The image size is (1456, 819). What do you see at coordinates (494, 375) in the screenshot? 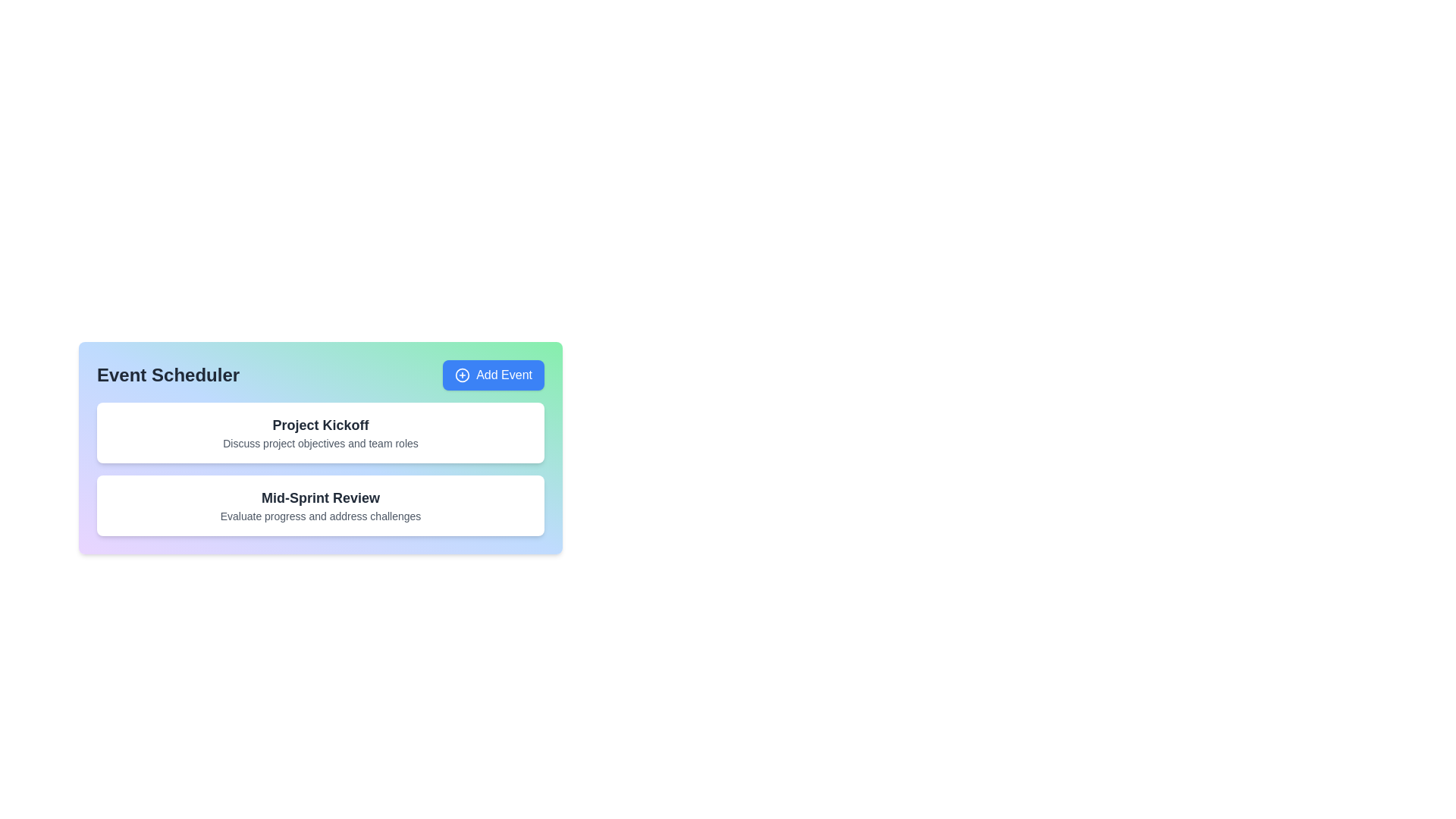
I see `the 'Add Event' button, which is a rectangular button with rounded corners, blue background, and white text located in the top-right corner of the 'Event Scheduler' section` at bounding box center [494, 375].